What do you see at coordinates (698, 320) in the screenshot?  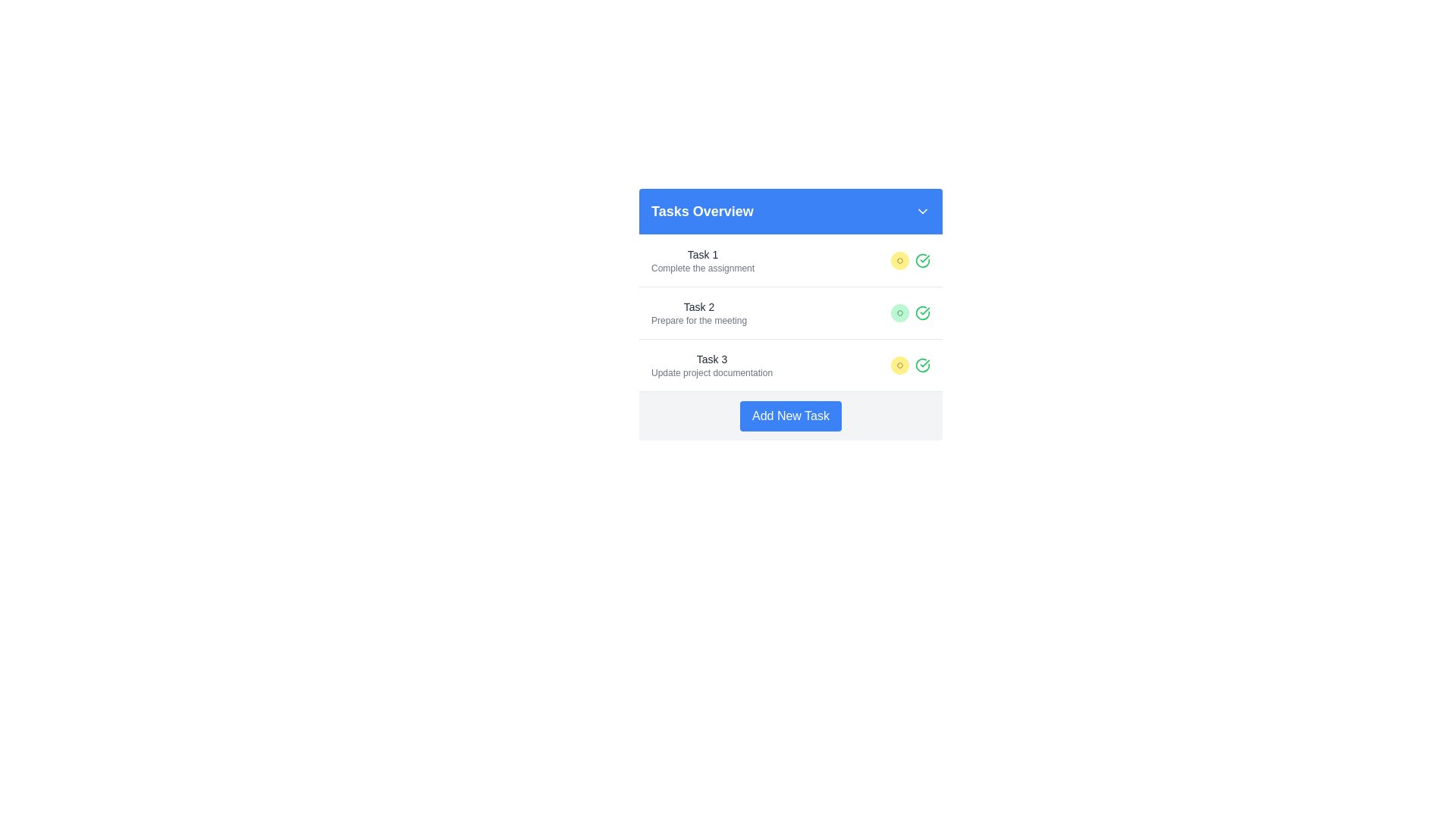 I see `the static text label providing details for 'Task 2', positioned slightly right of center and below the title` at bounding box center [698, 320].